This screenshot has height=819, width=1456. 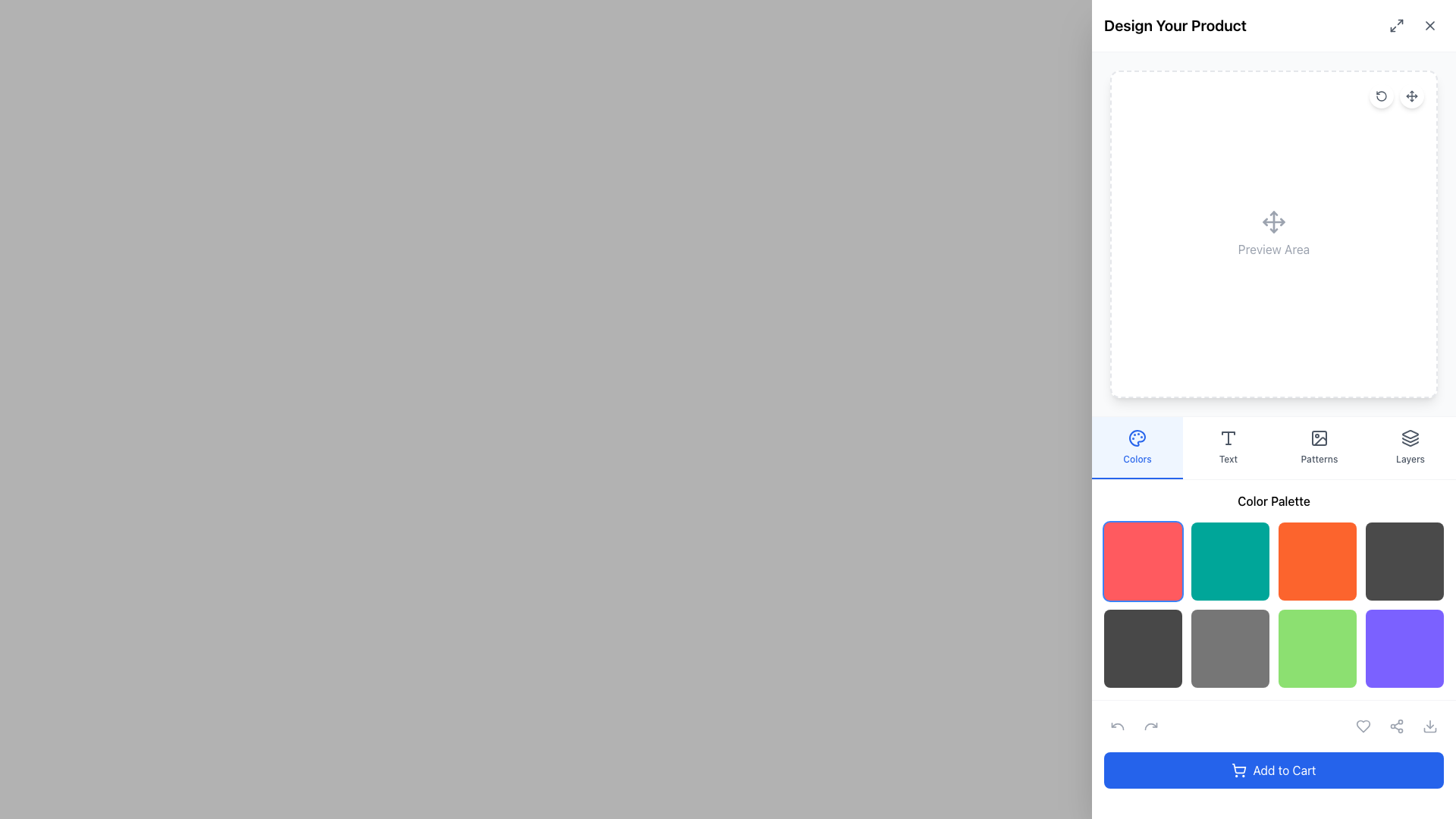 I want to click on the close button located in the top-right corner of the 'Design Your Product' panel, which is part of a group of buttons and aligns with the panel's border, so click(x=1429, y=26).